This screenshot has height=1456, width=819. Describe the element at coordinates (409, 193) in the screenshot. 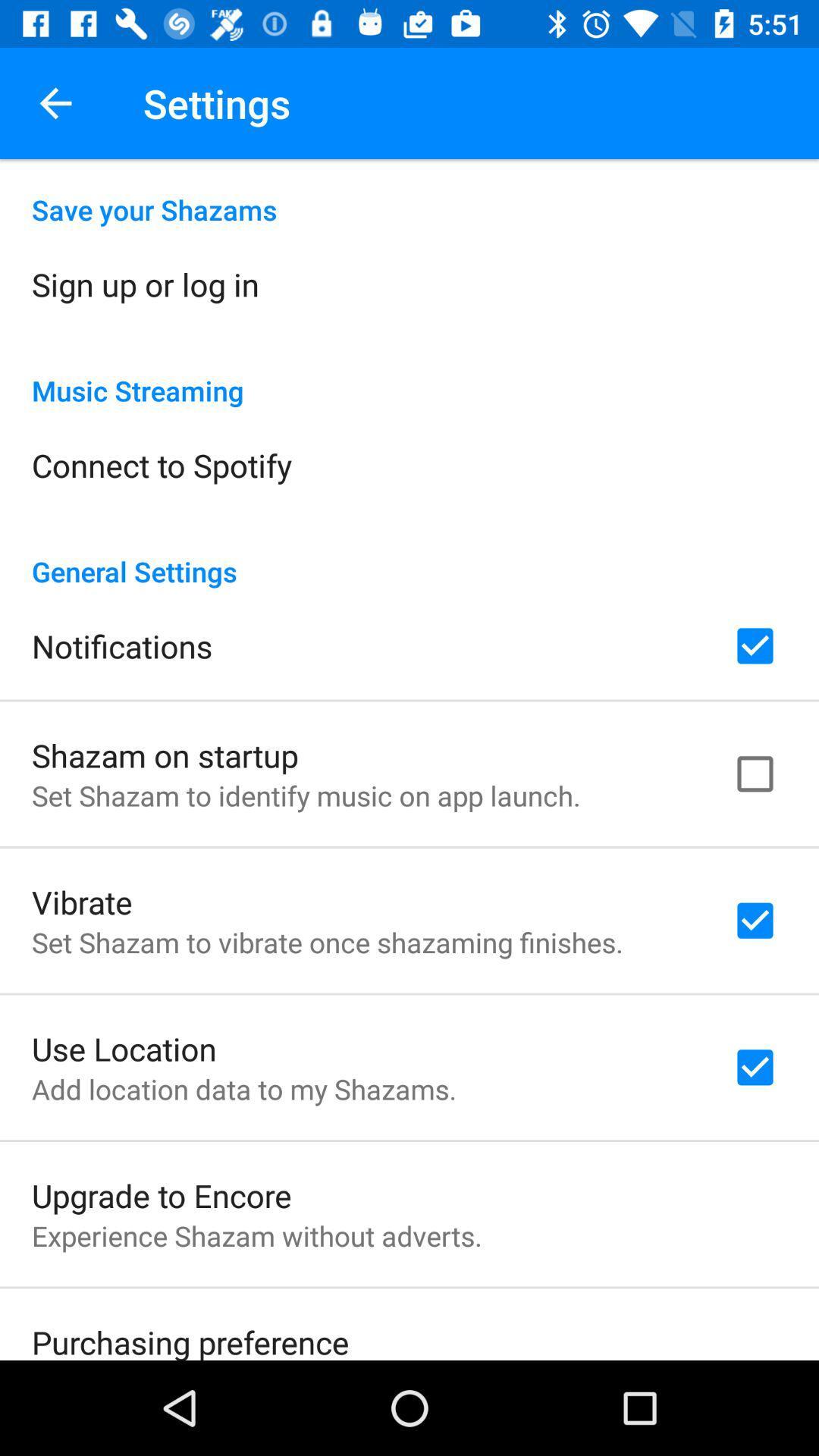

I see `the save your shazams item` at that location.